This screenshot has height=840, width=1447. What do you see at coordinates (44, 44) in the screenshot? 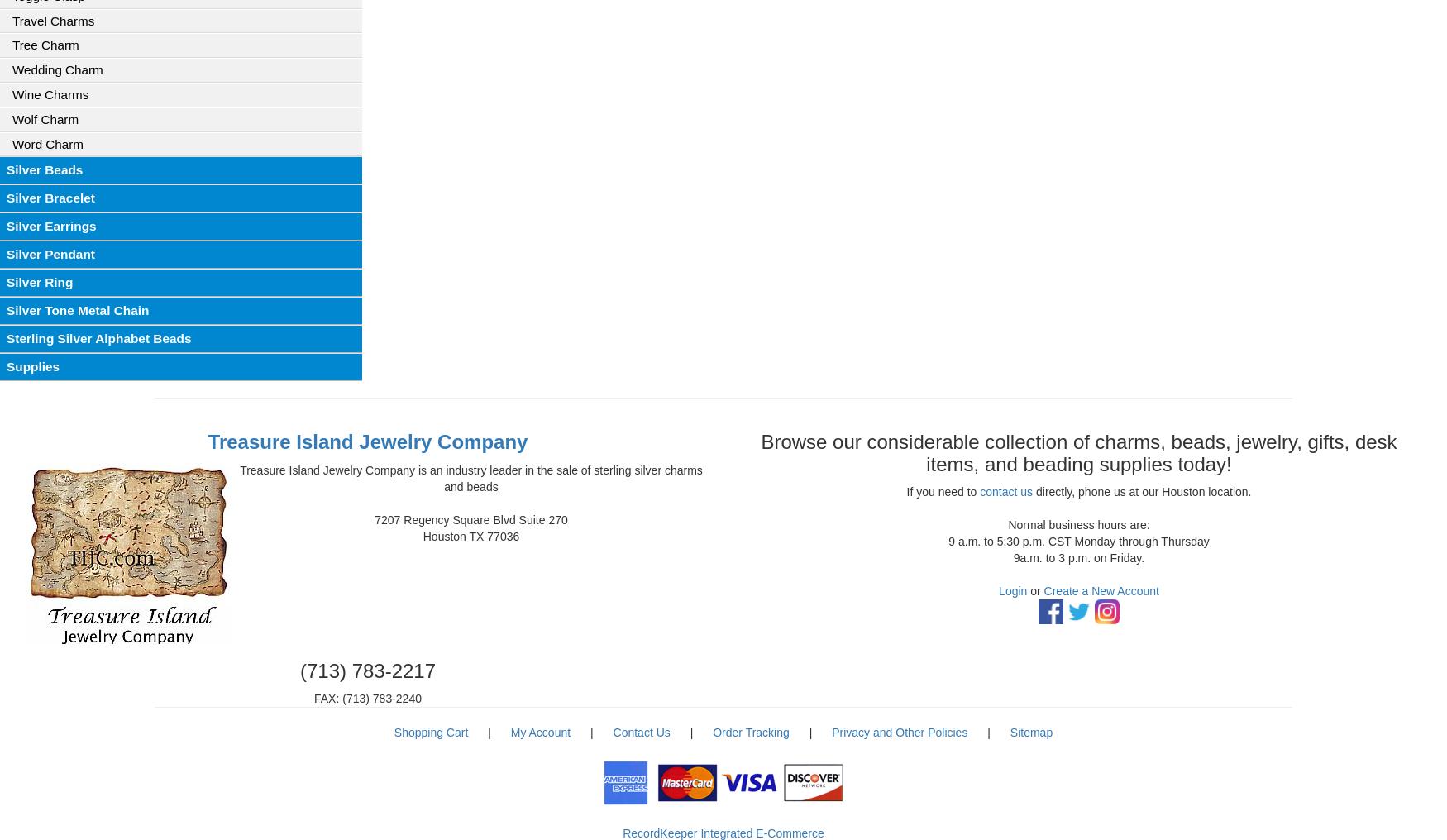
I see `'Tree Charm'` at bounding box center [44, 44].